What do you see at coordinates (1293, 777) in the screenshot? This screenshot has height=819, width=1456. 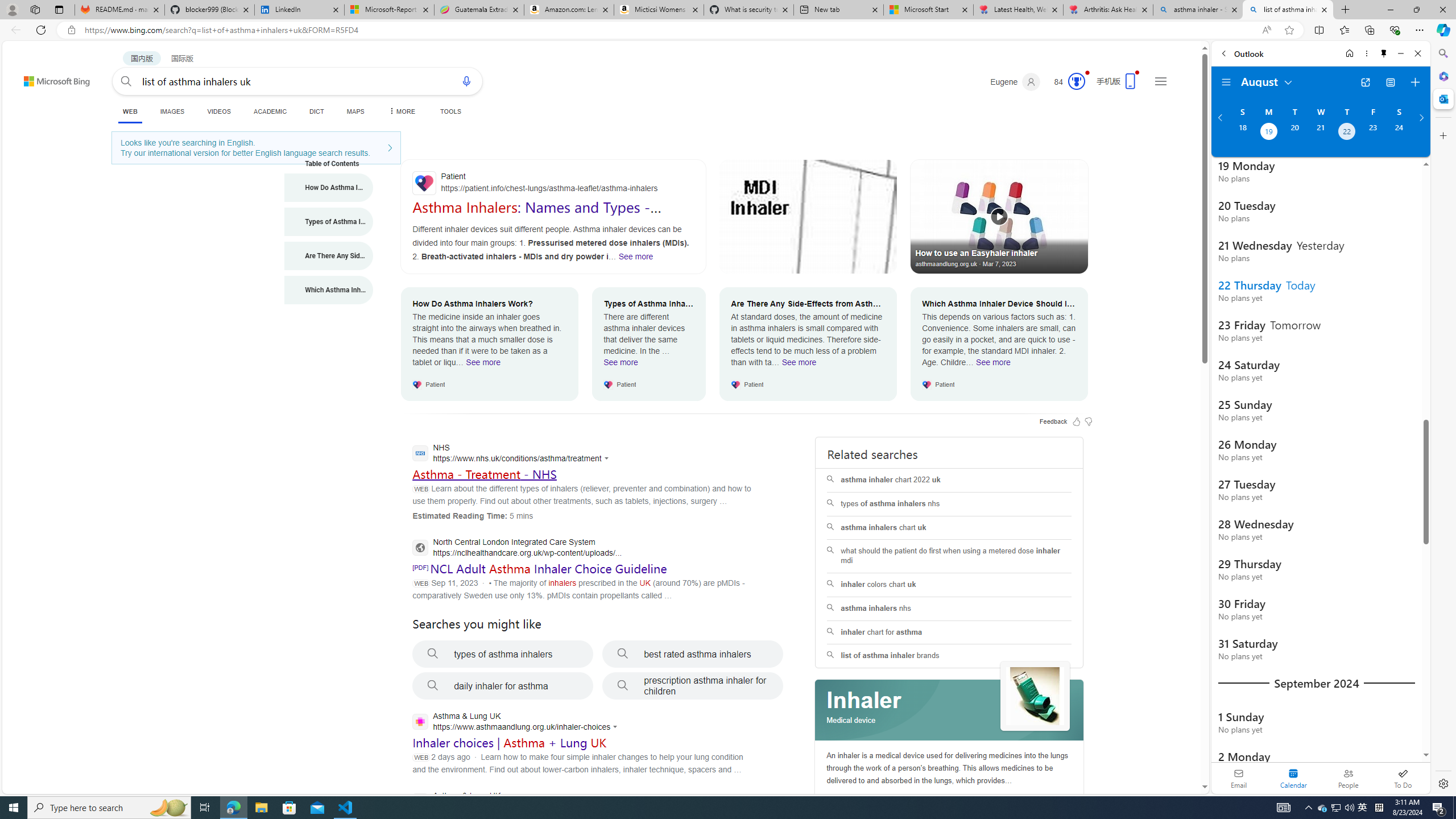 I see `'Selected calendar module. Date today is 22'` at bounding box center [1293, 777].